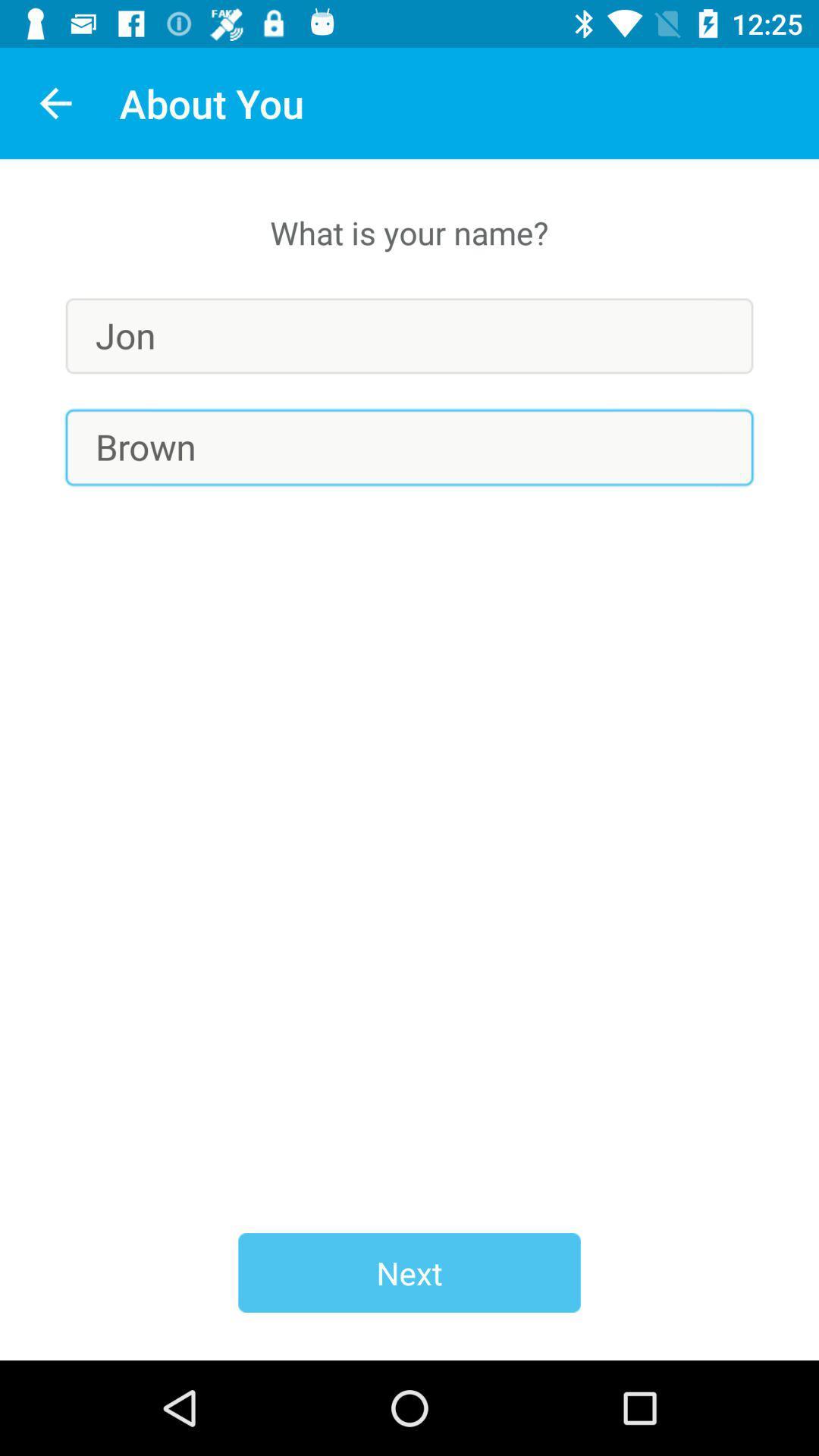 The width and height of the screenshot is (819, 1456). Describe the element at coordinates (409, 335) in the screenshot. I see `icon below what is your item` at that location.